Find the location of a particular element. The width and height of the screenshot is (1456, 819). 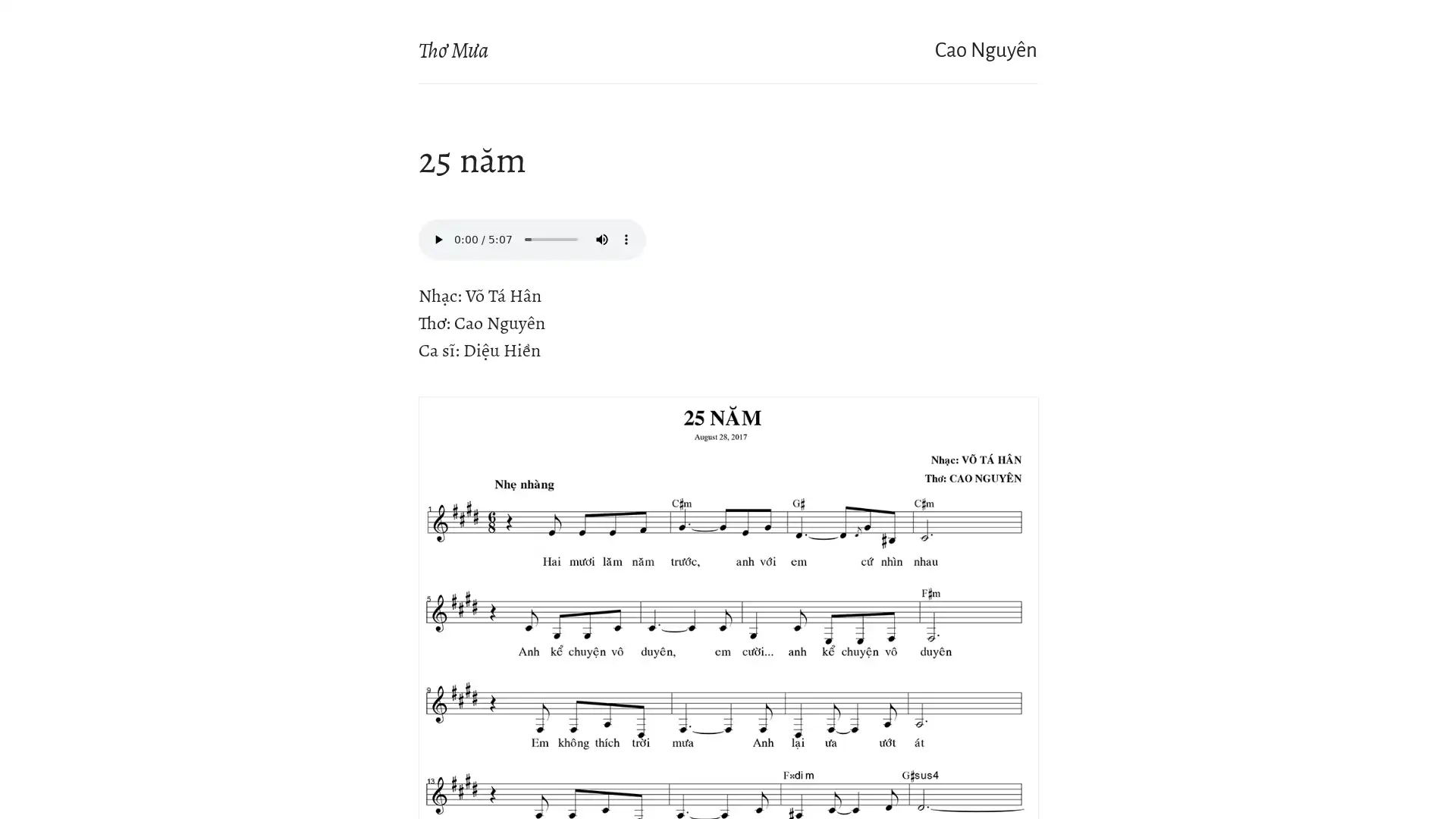

play is located at coordinates (437, 239).